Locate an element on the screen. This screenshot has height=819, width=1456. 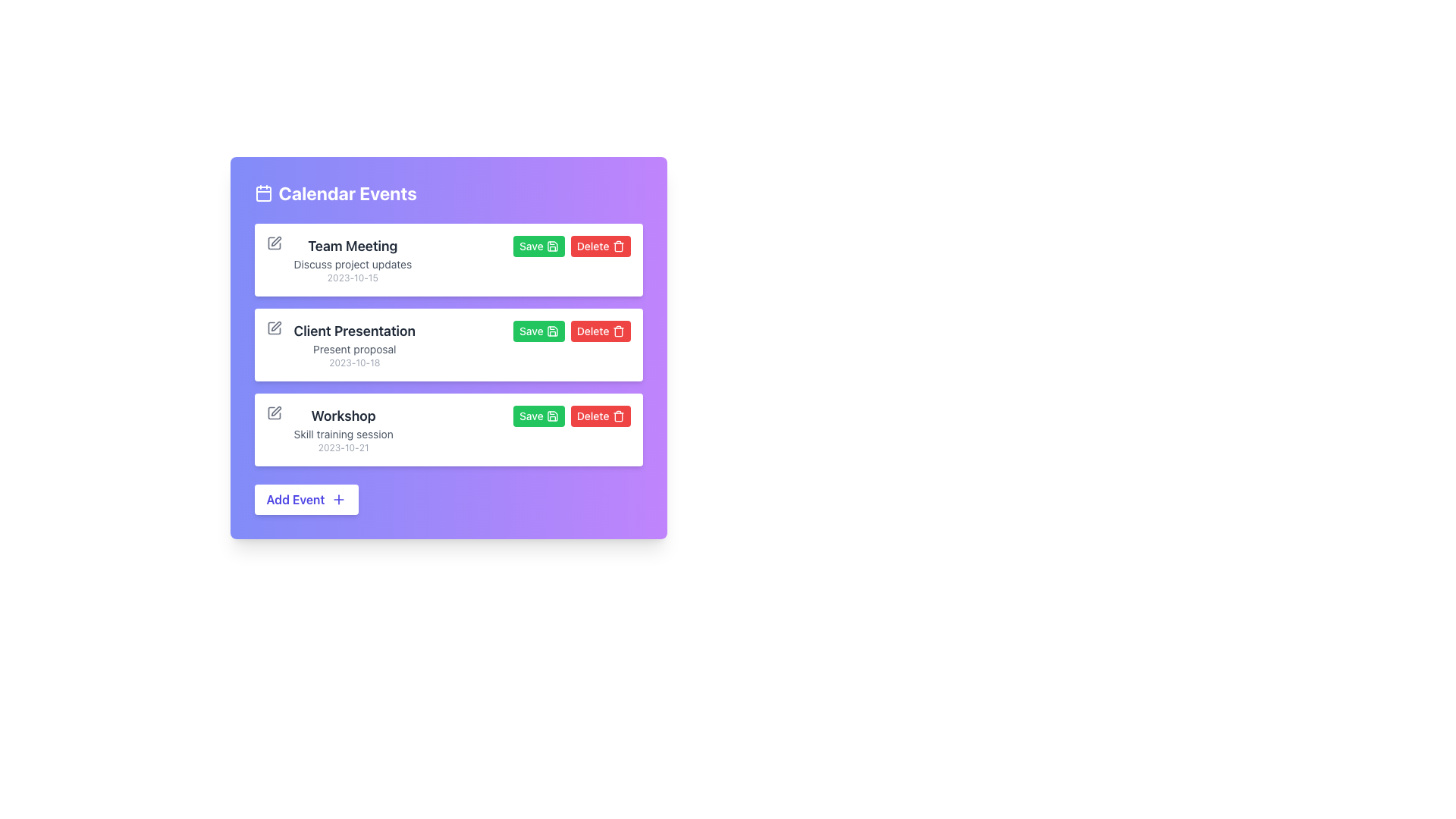
the Save button icon representing a file or disk save symbol, which has a green background and is located in the third event titled 'Workshop' in the Calendar Events list is located at coordinates (551, 416).